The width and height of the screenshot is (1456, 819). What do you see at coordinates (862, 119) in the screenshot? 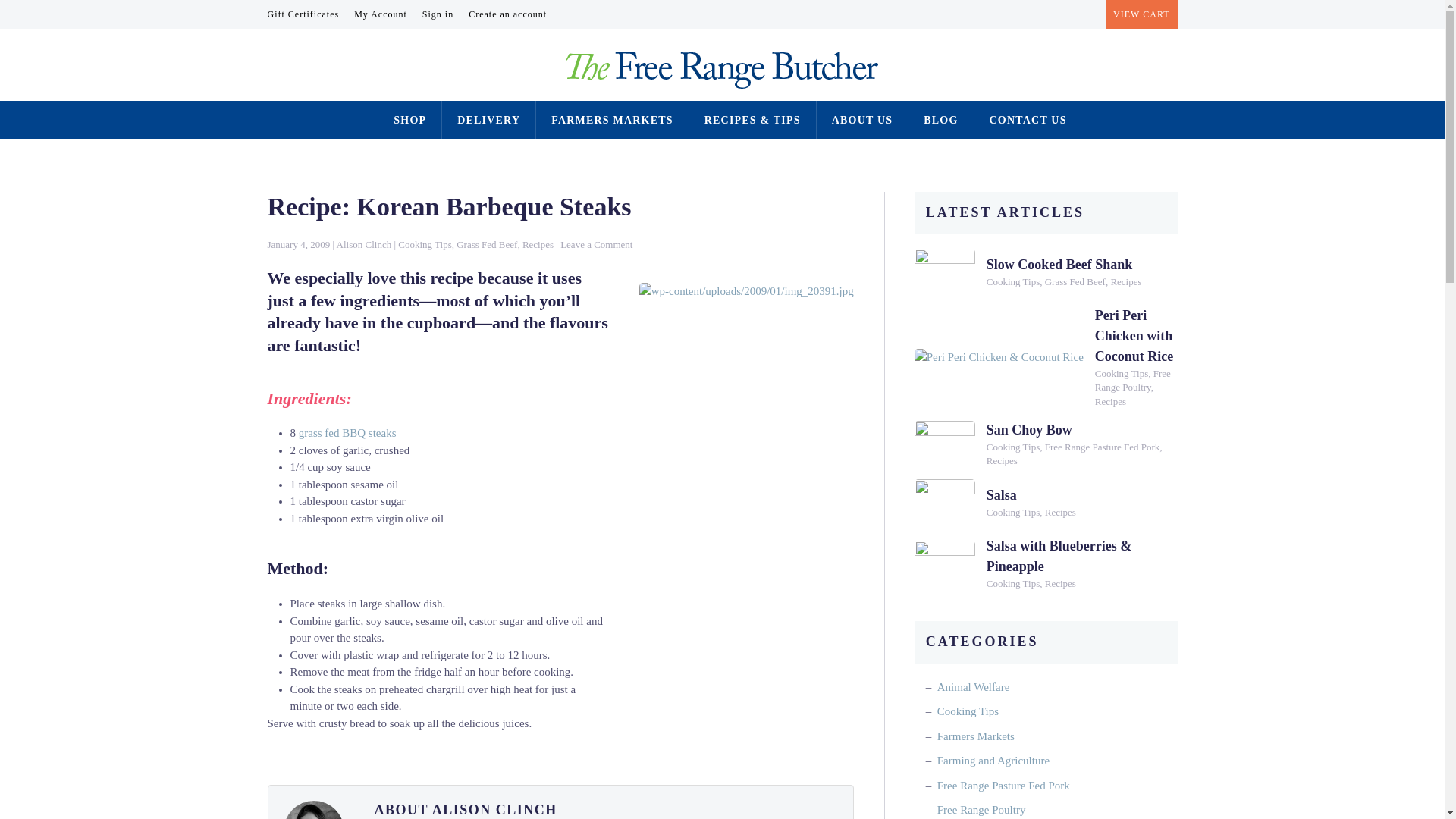
I see `'ABOUT US'` at bounding box center [862, 119].